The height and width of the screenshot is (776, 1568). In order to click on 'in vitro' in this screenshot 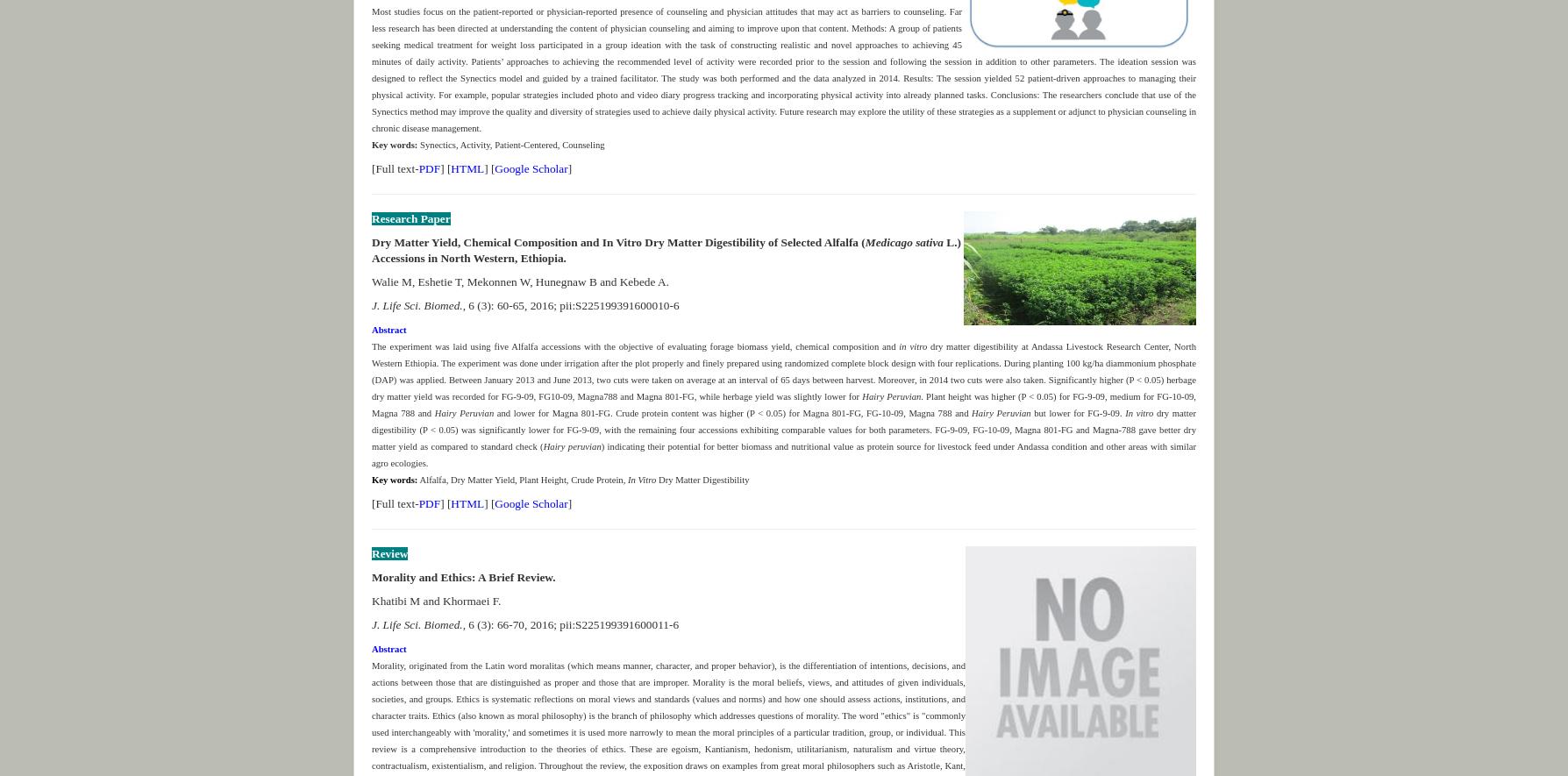, I will do `click(912, 345)`.